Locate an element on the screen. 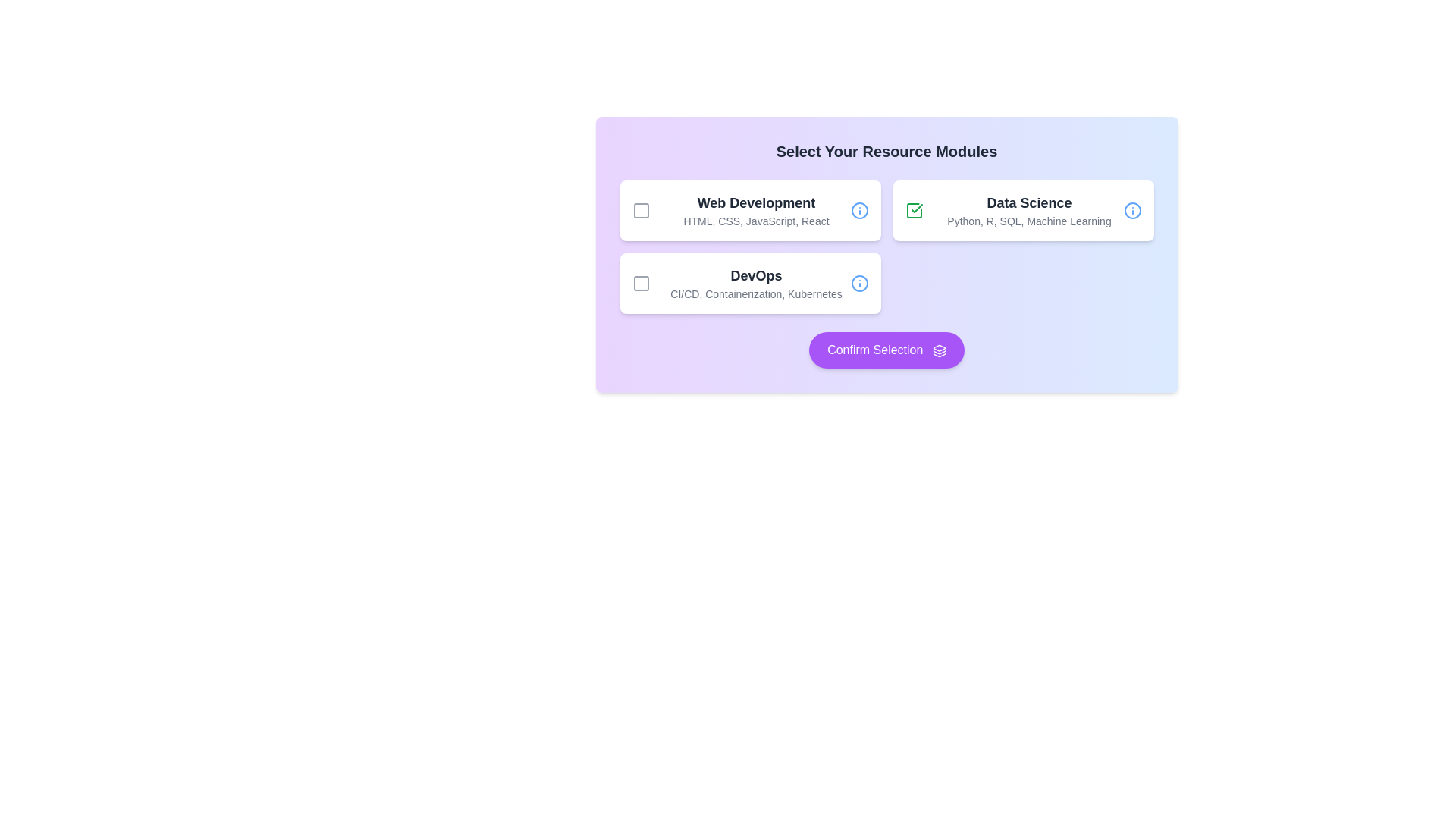 The image size is (1456, 819). the informational icon located at the right end of the 'Data Science' section in the resource selection interface is located at coordinates (1132, 210).